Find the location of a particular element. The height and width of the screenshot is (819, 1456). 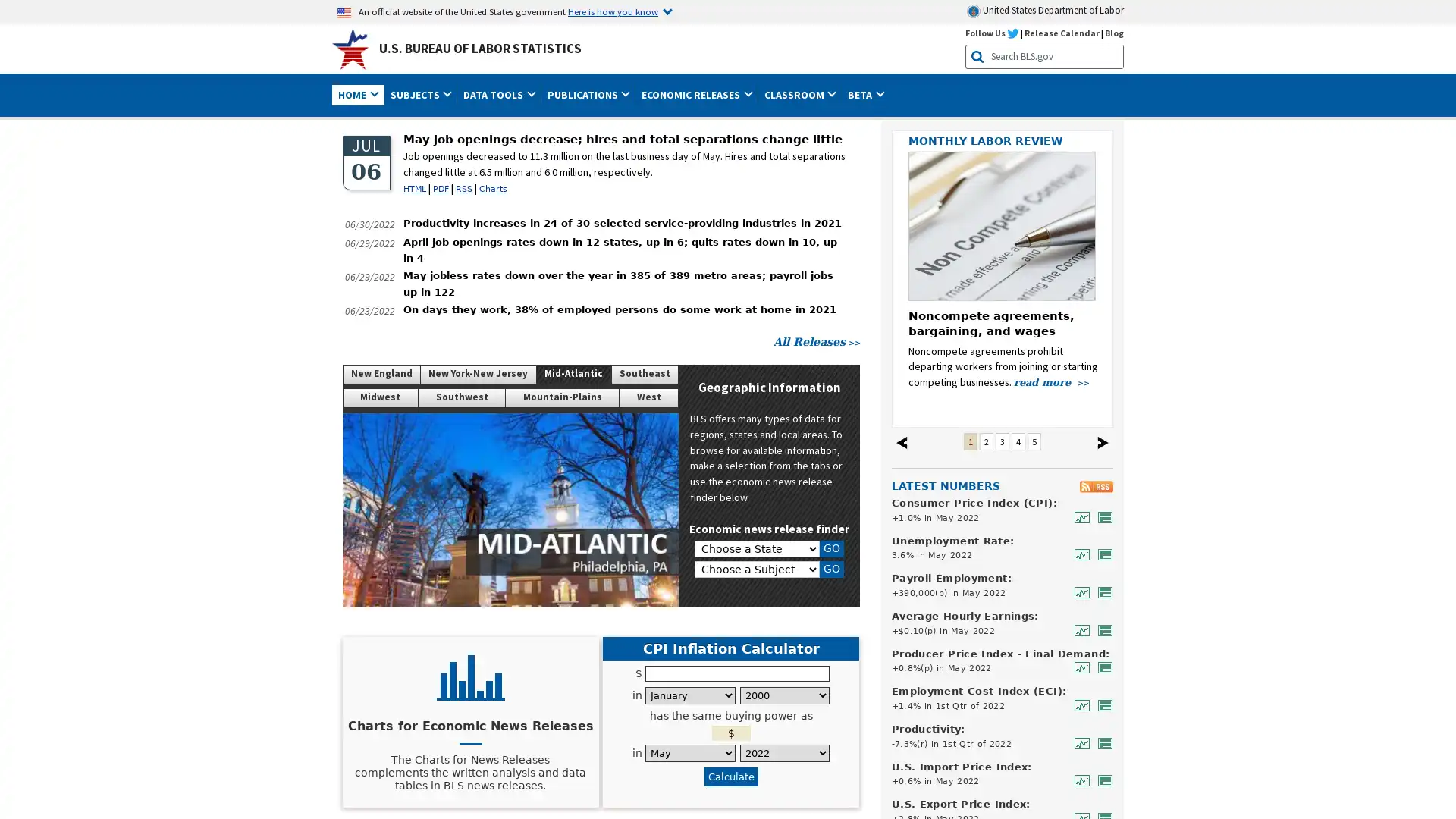

GO is located at coordinates (831, 568).